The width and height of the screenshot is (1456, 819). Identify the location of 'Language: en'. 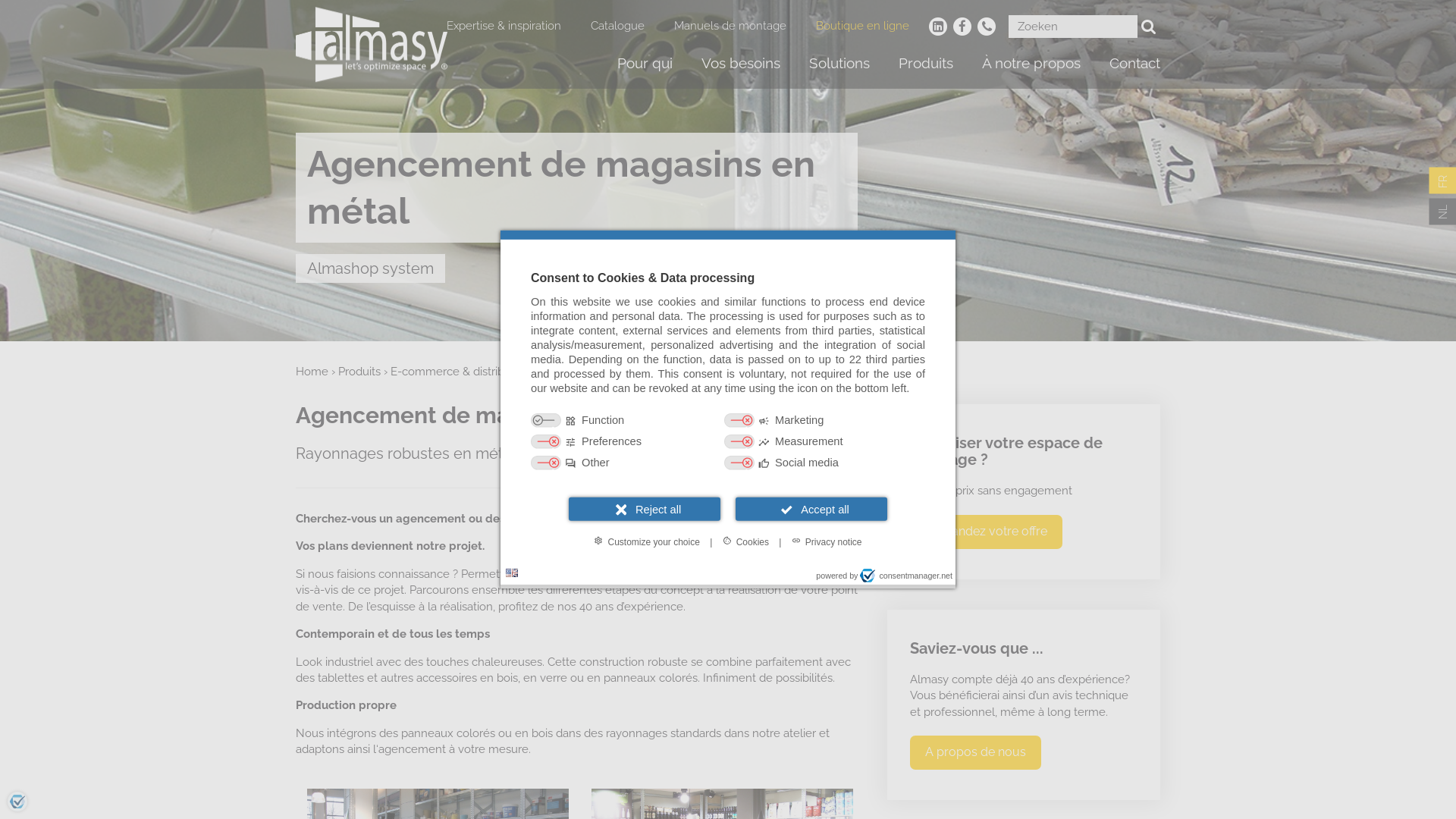
(506, 573).